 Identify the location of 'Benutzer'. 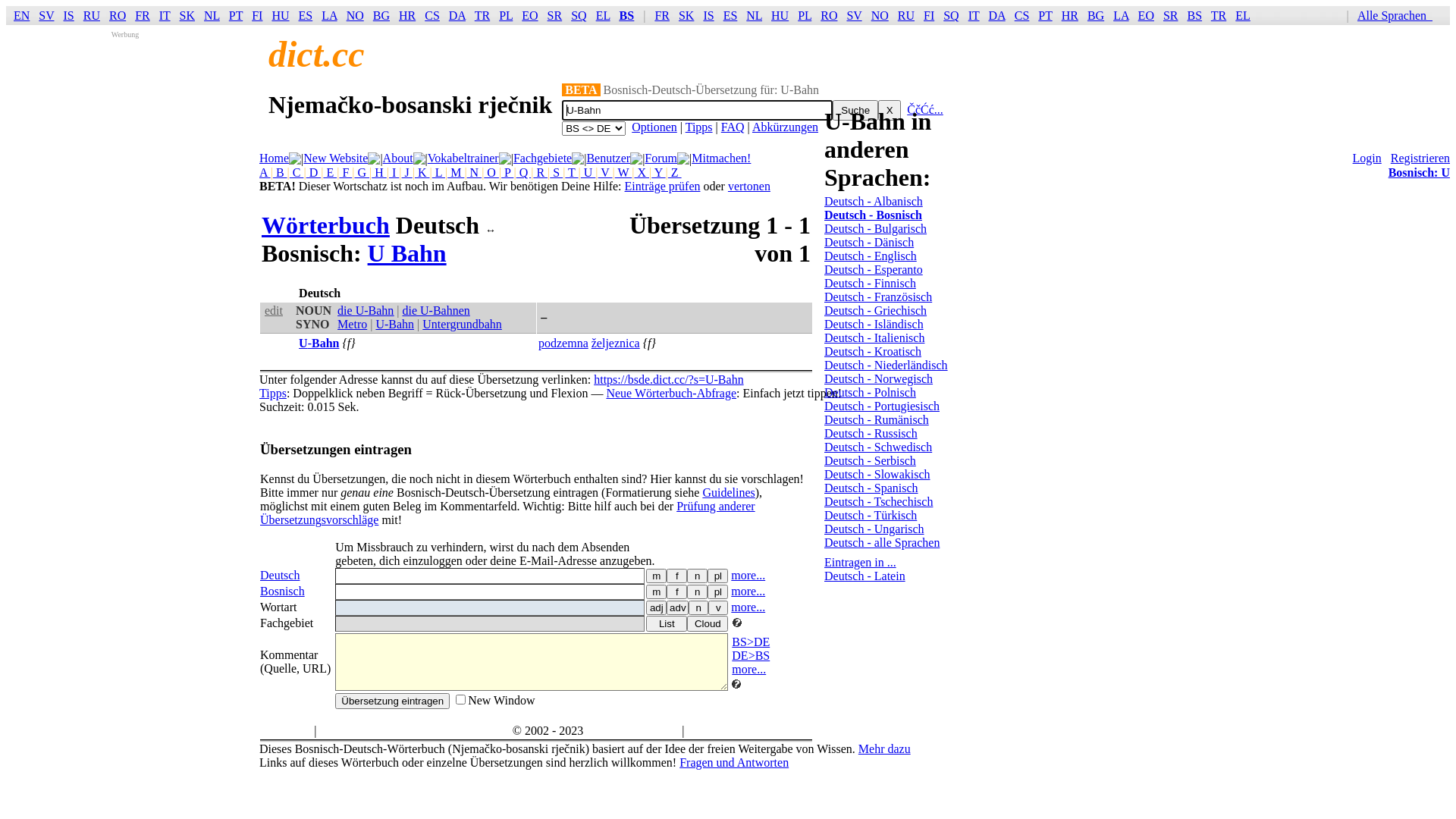
(607, 158).